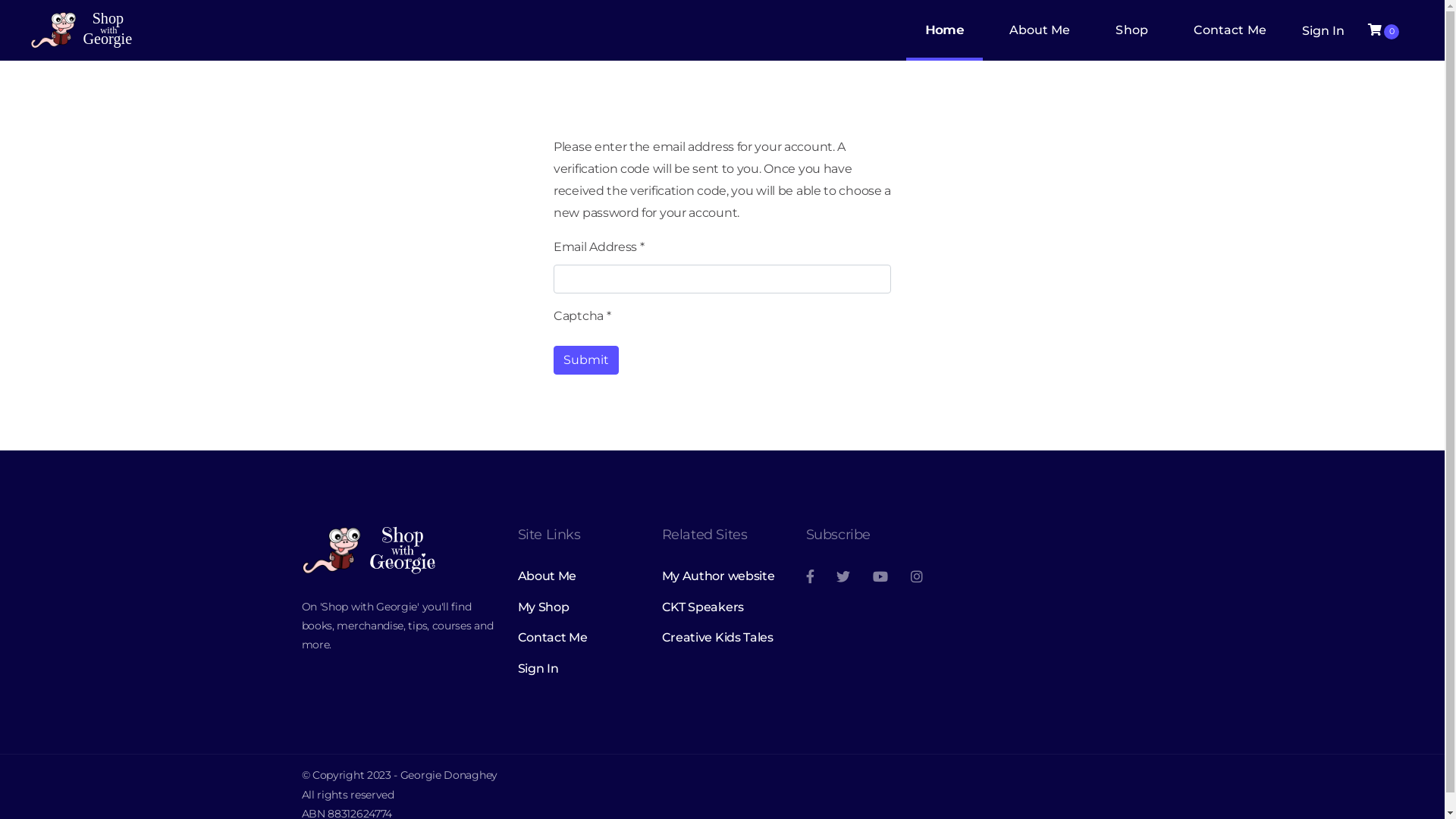  Describe the element at coordinates (720, 607) in the screenshot. I see `'CKT Speakers'` at that location.